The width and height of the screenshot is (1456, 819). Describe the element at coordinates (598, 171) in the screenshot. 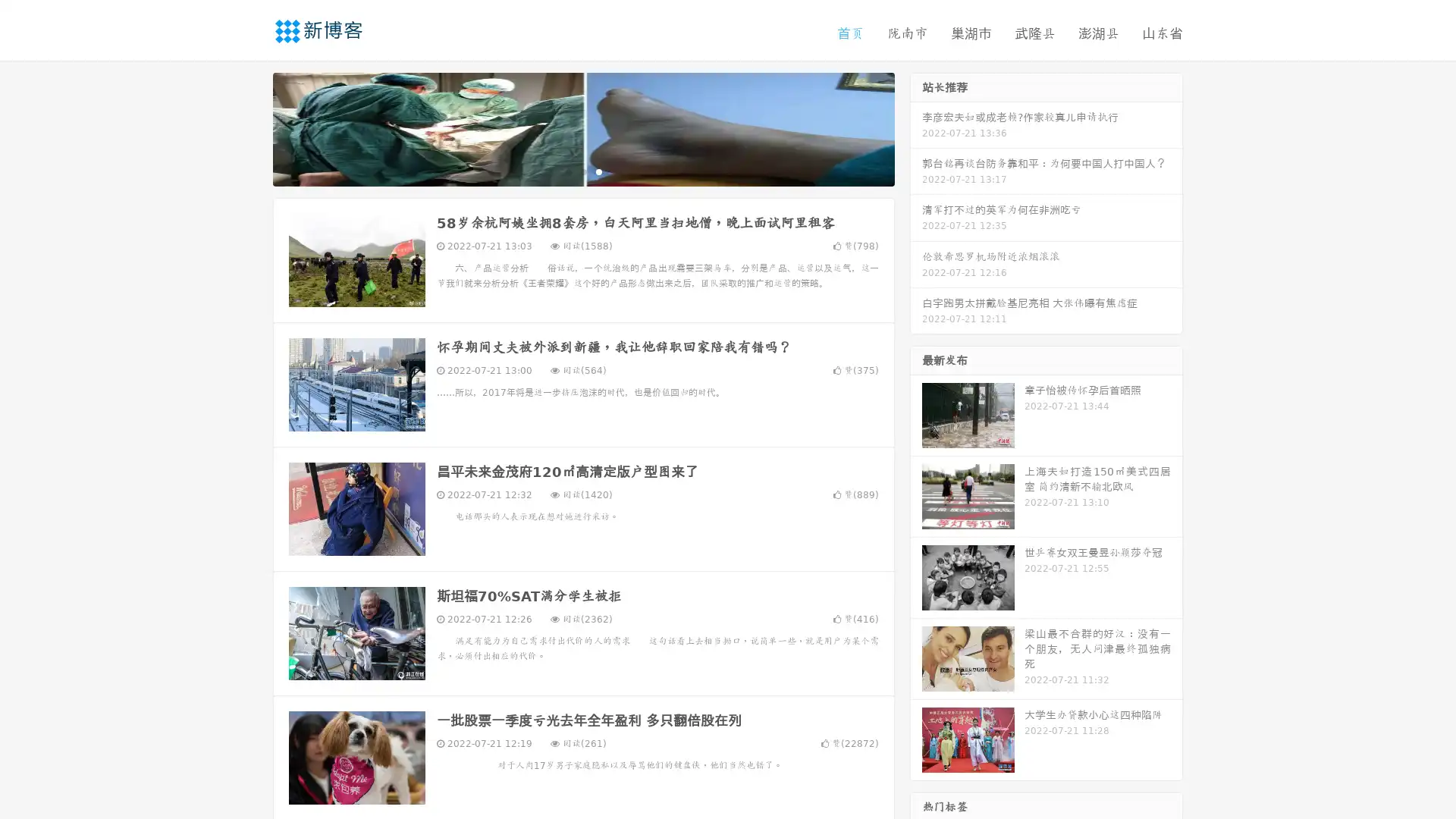

I see `Go to slide 3` at that location.